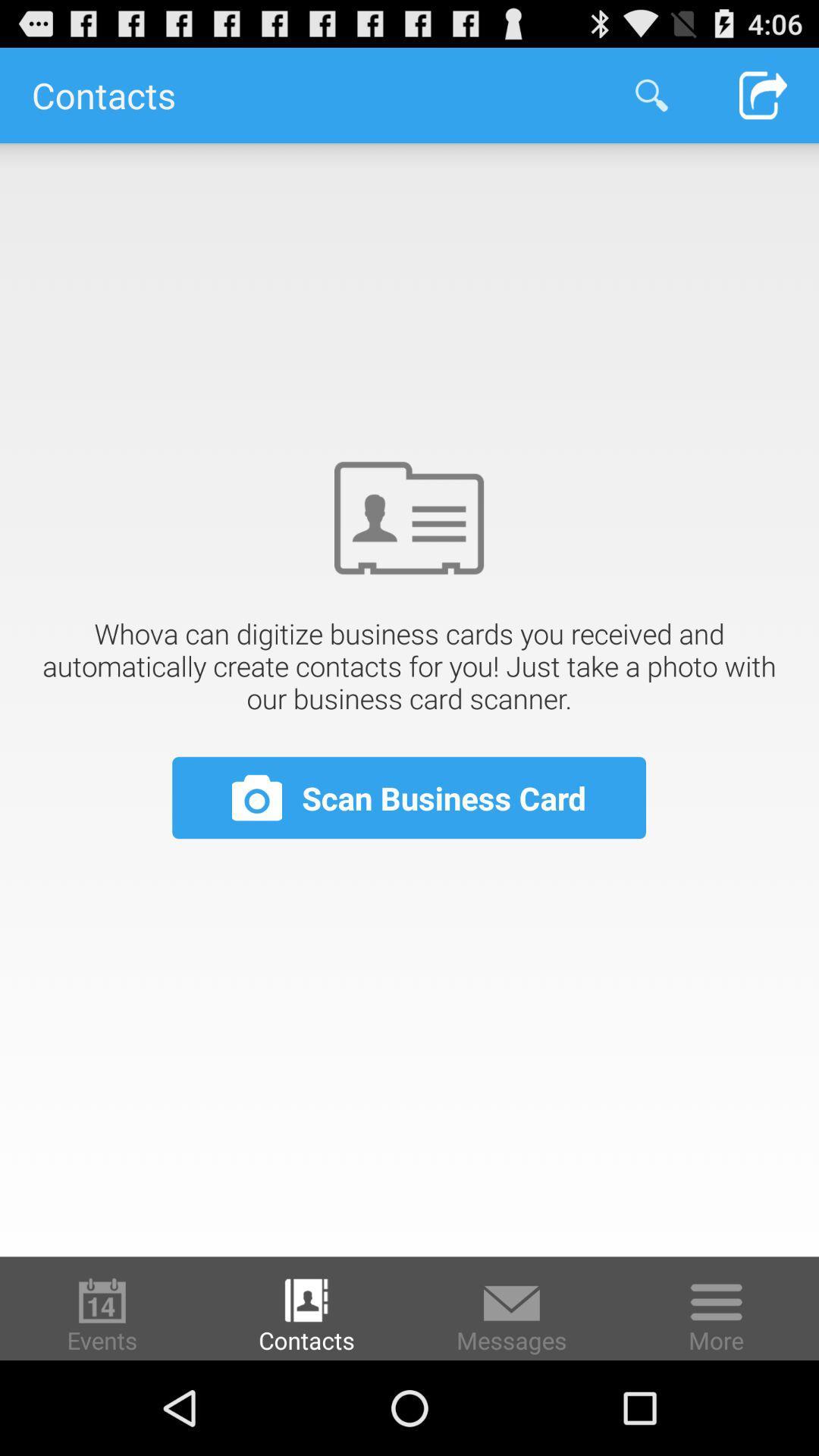  Describe the element at coordinates (651, 94) in the screenshot. I see `the item above the whova can digitize item` at that location.